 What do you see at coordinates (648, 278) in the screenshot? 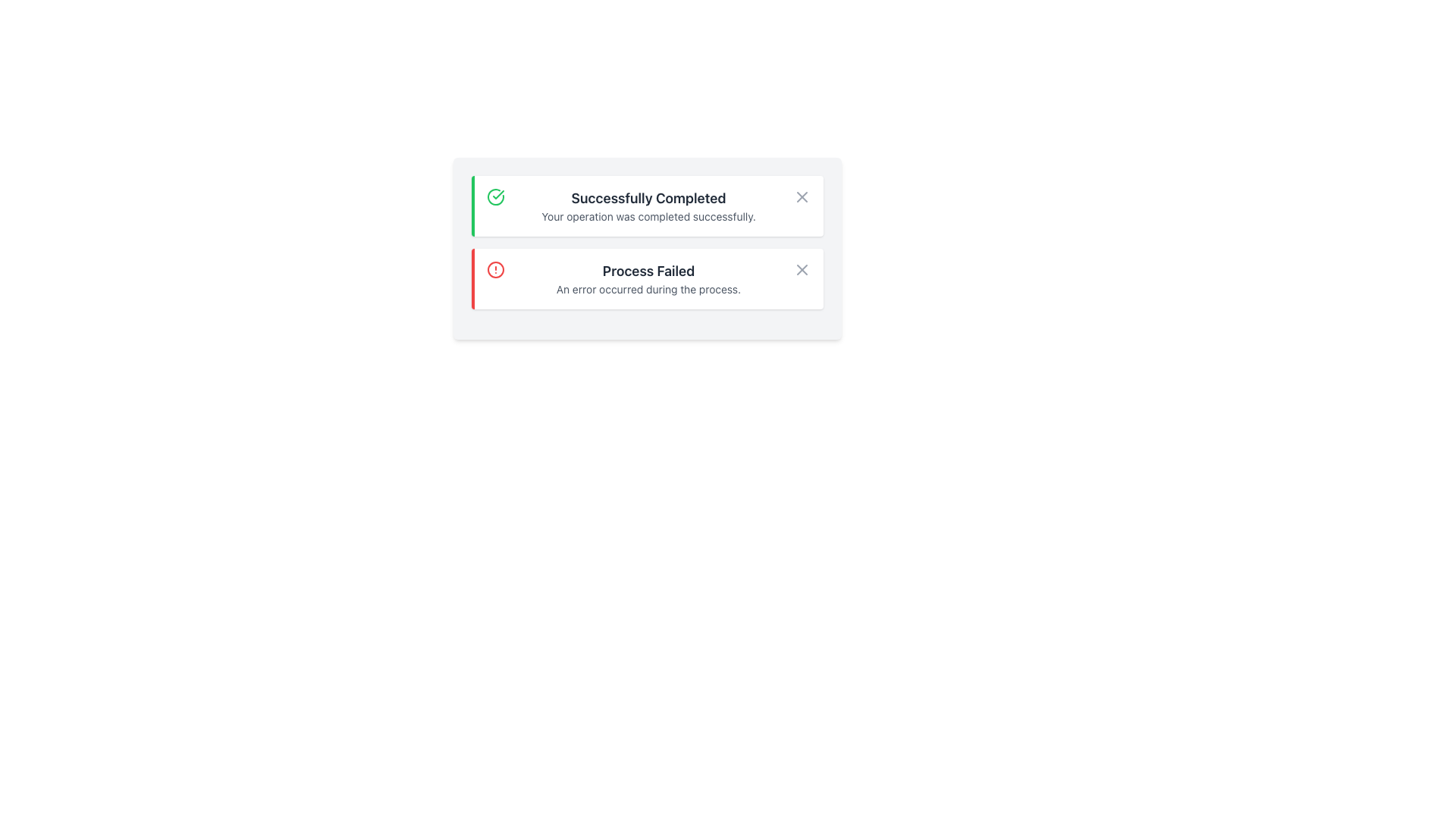
I see `text block displaying 'Process Failed' and 'An error occurred during the process.' for additional context in the surrounding interface` at bounding box center [648, 278].